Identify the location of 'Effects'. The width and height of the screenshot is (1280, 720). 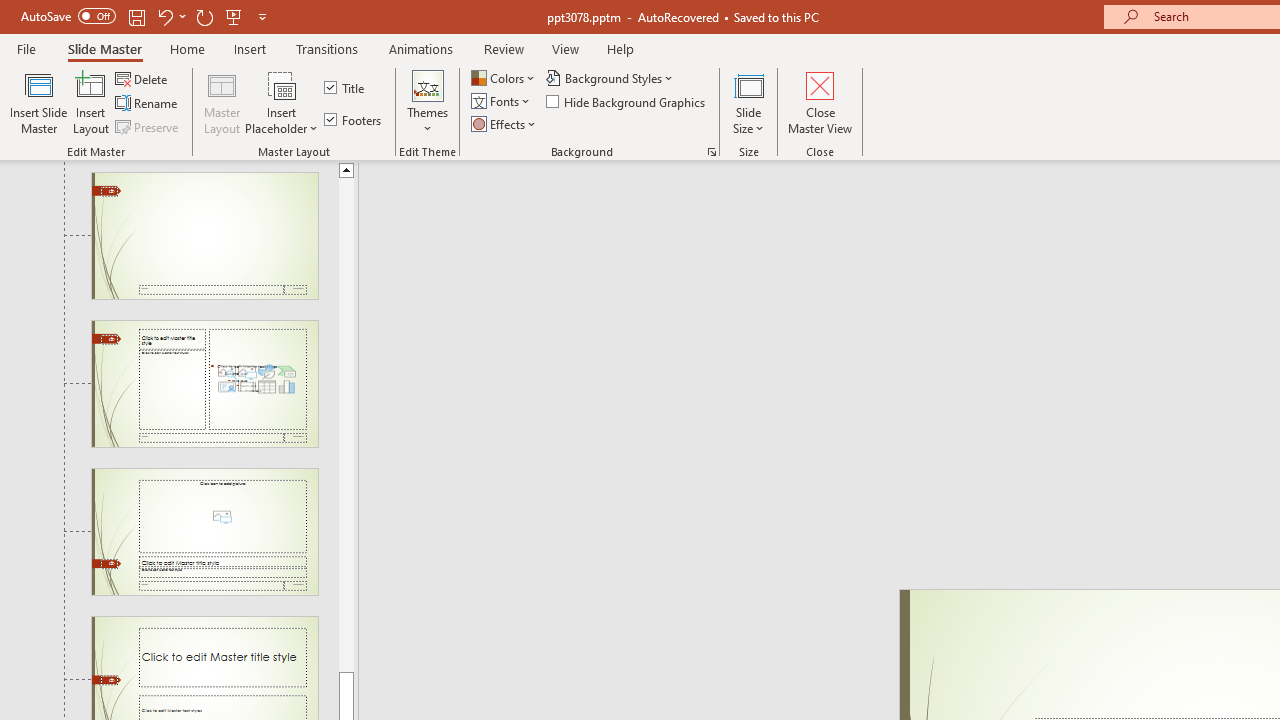
(505, 124).